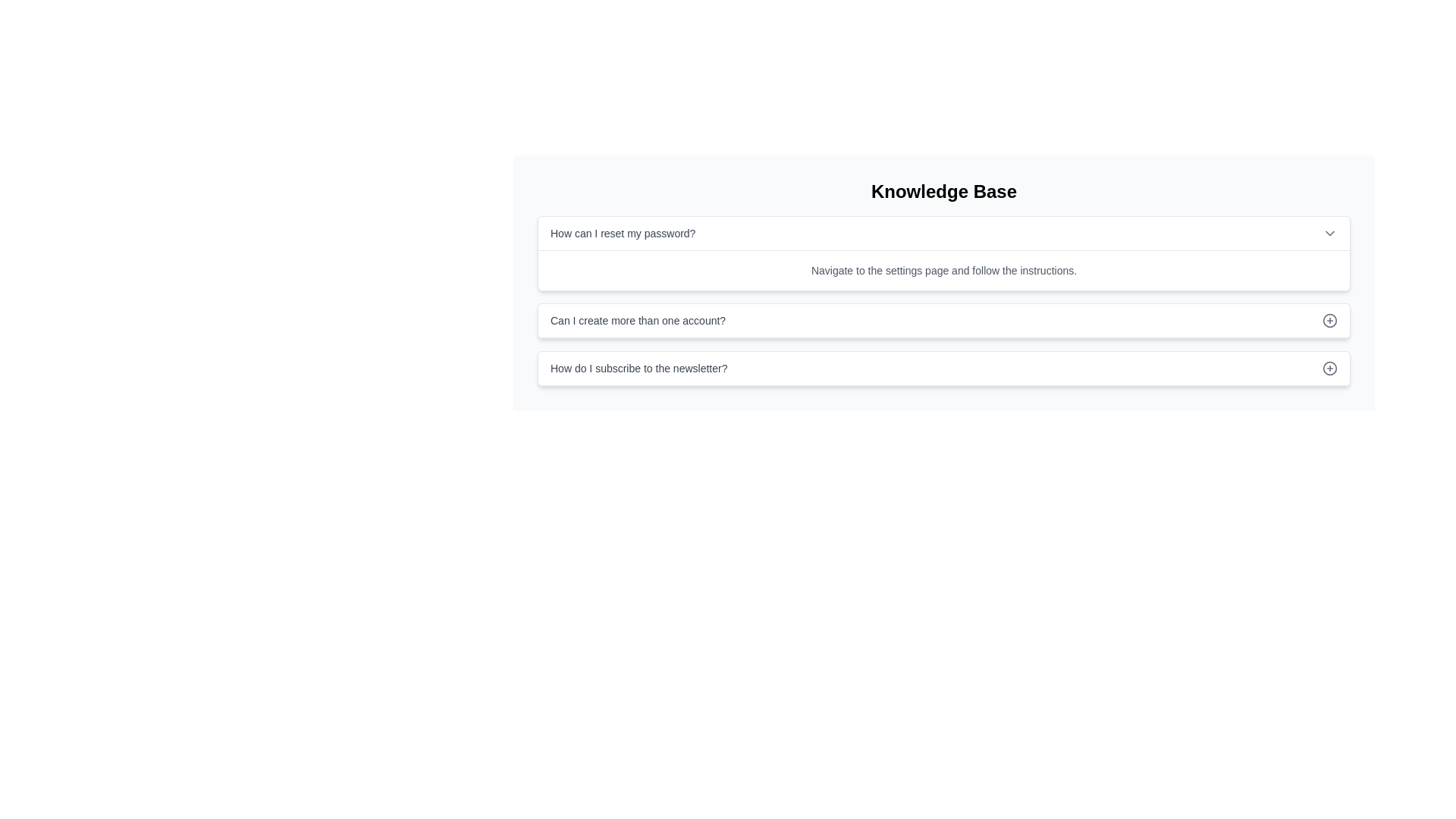 The height and width of the screenshot is (819, 1456). I want to click on the circular icon with a plus sign located at the far-right end of the item labeled 'Can I create more than one account?', so click(1329, 320).